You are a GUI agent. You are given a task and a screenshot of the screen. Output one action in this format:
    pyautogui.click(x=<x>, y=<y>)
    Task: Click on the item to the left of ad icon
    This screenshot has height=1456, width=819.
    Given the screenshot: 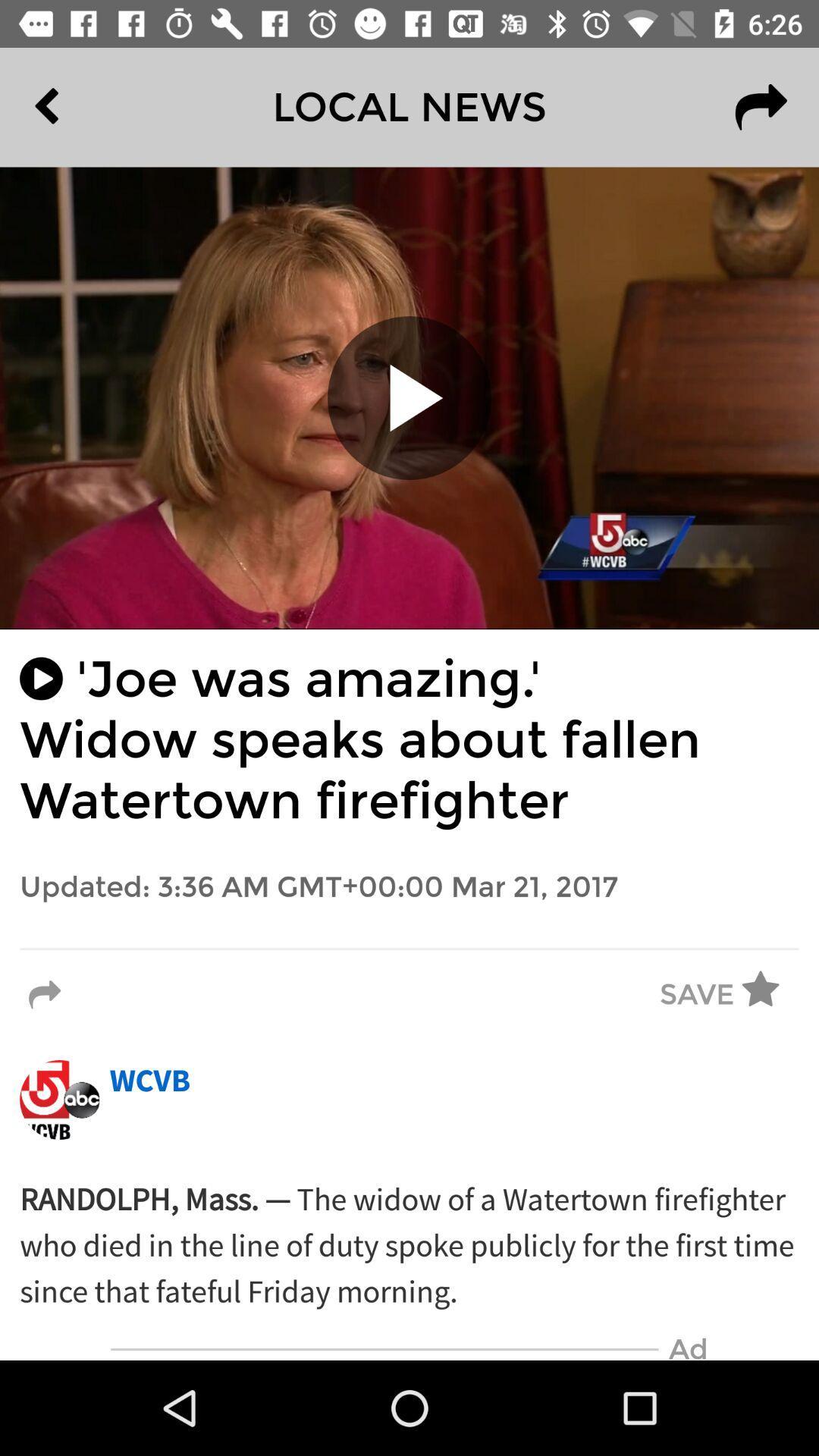 What is the action you would take?
    pyautogui.click(x=384, y=1349)
    